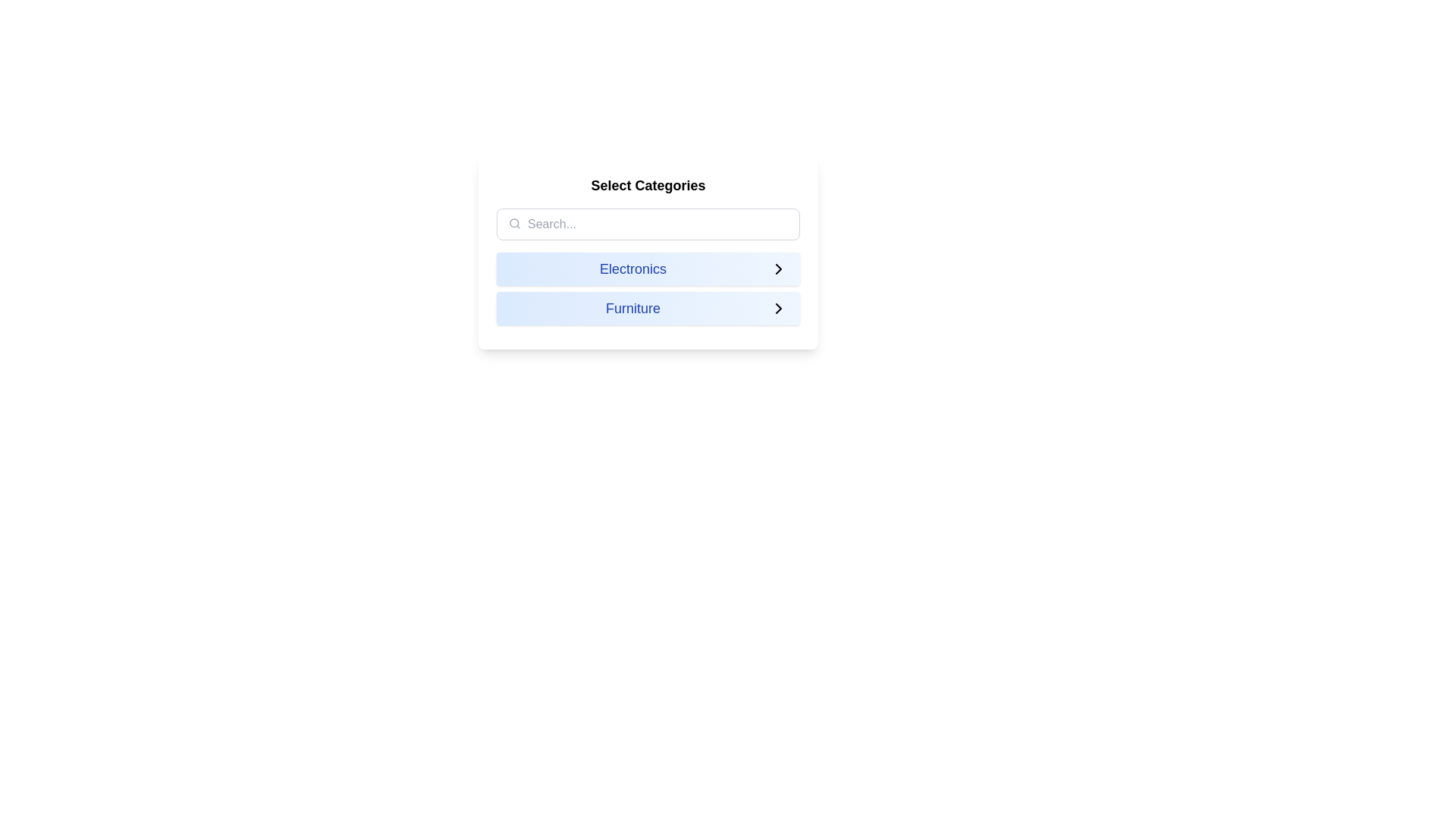 This screenshot has height=819, width=1456. I want to click on the 'Furniture' category list item, which is the second item in a vertical list of categories, to navigate to furniture-related content, so click(648, 308).